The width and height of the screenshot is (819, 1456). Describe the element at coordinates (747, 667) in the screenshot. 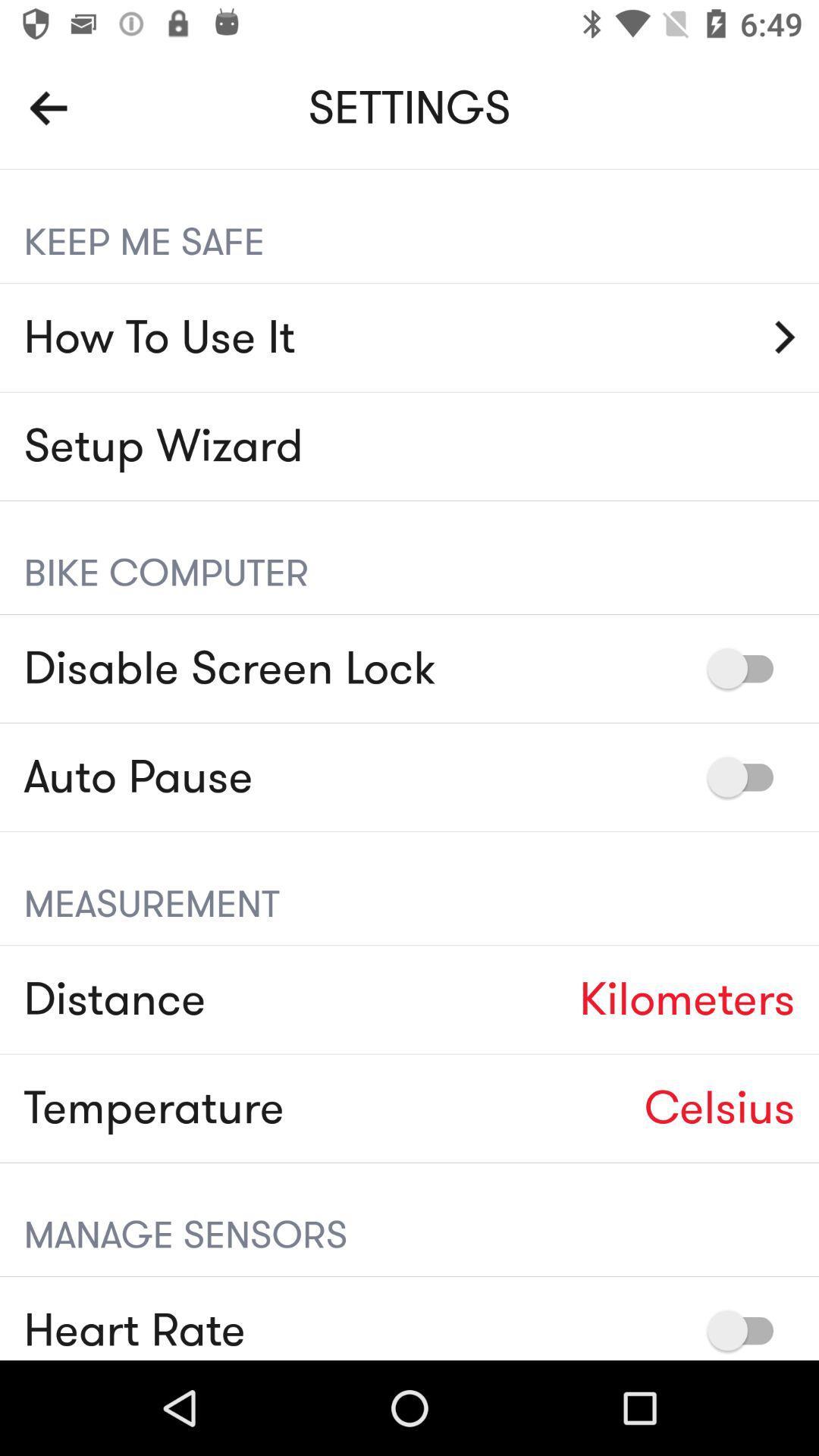

I see `switch screen lock` at that location.